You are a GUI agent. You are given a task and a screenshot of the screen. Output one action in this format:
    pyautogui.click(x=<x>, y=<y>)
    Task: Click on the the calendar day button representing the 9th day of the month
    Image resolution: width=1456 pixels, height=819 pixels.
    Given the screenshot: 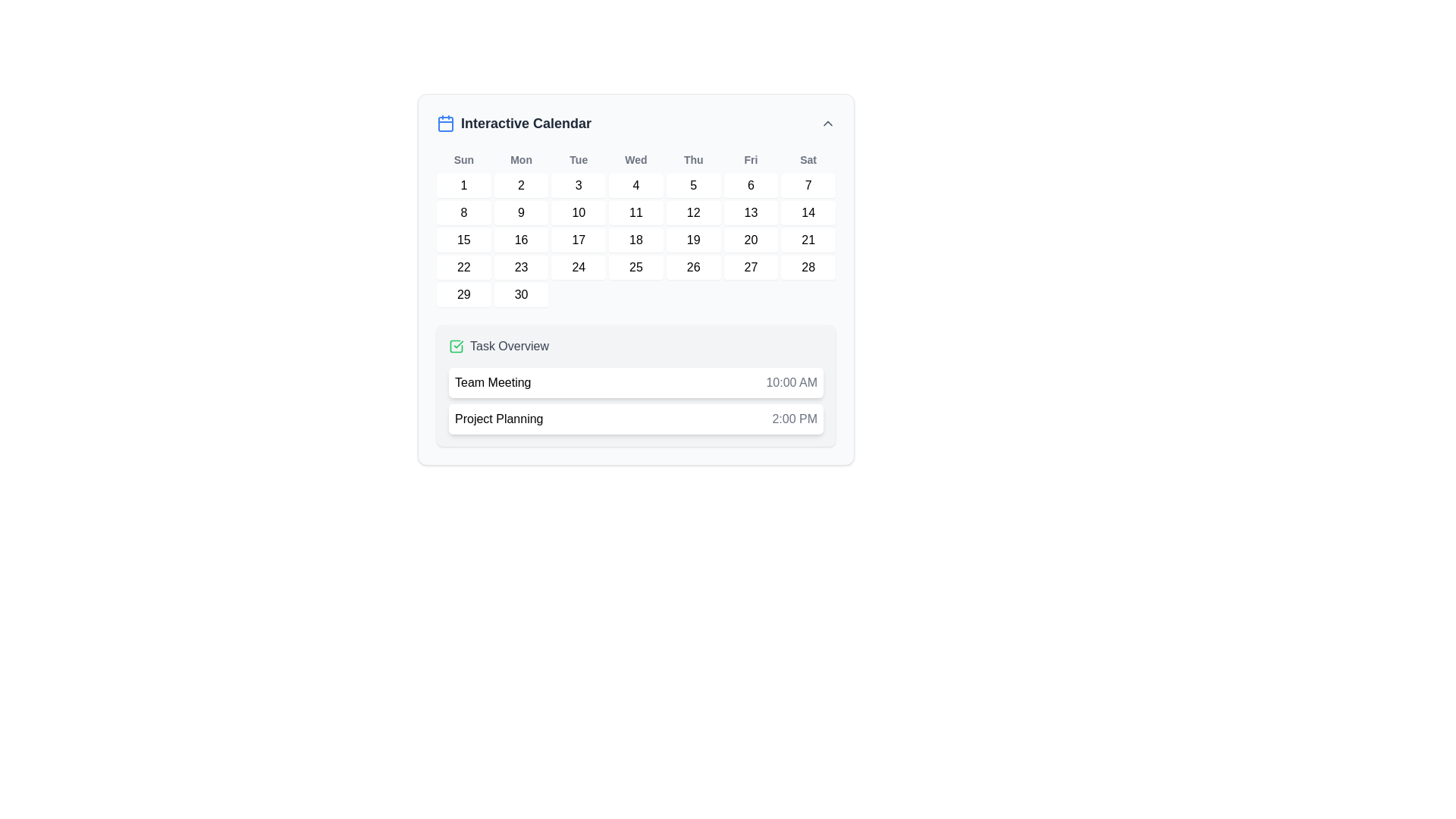 What is the action you would take?
    pyautogui.click(x=521, y=213)
    